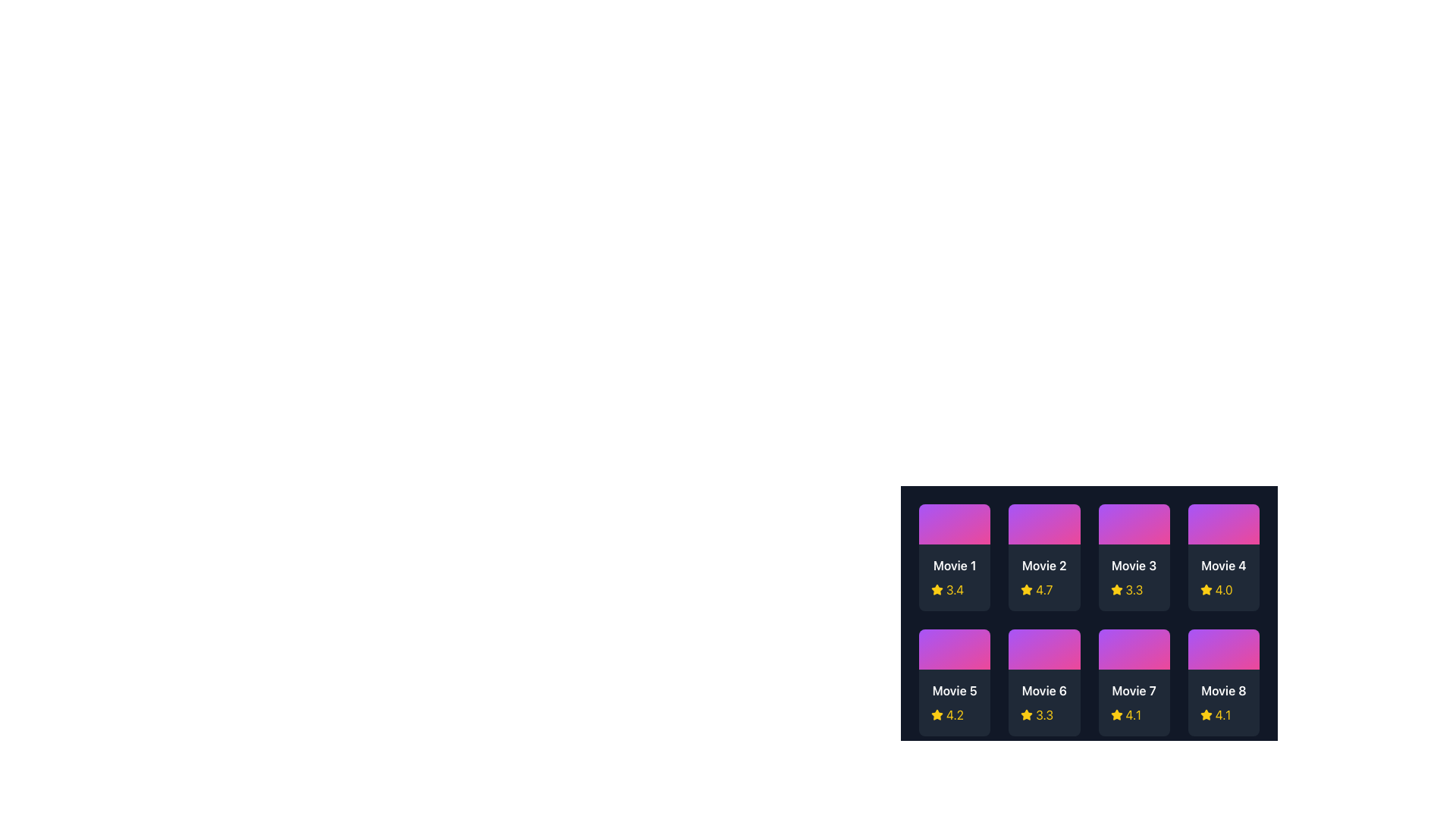 The image size is (1456, 819). I want to click on the yellow star icon associated with the rating score of 4.2 for 'Movie 5' in the data entry grid, so click(937, 714).